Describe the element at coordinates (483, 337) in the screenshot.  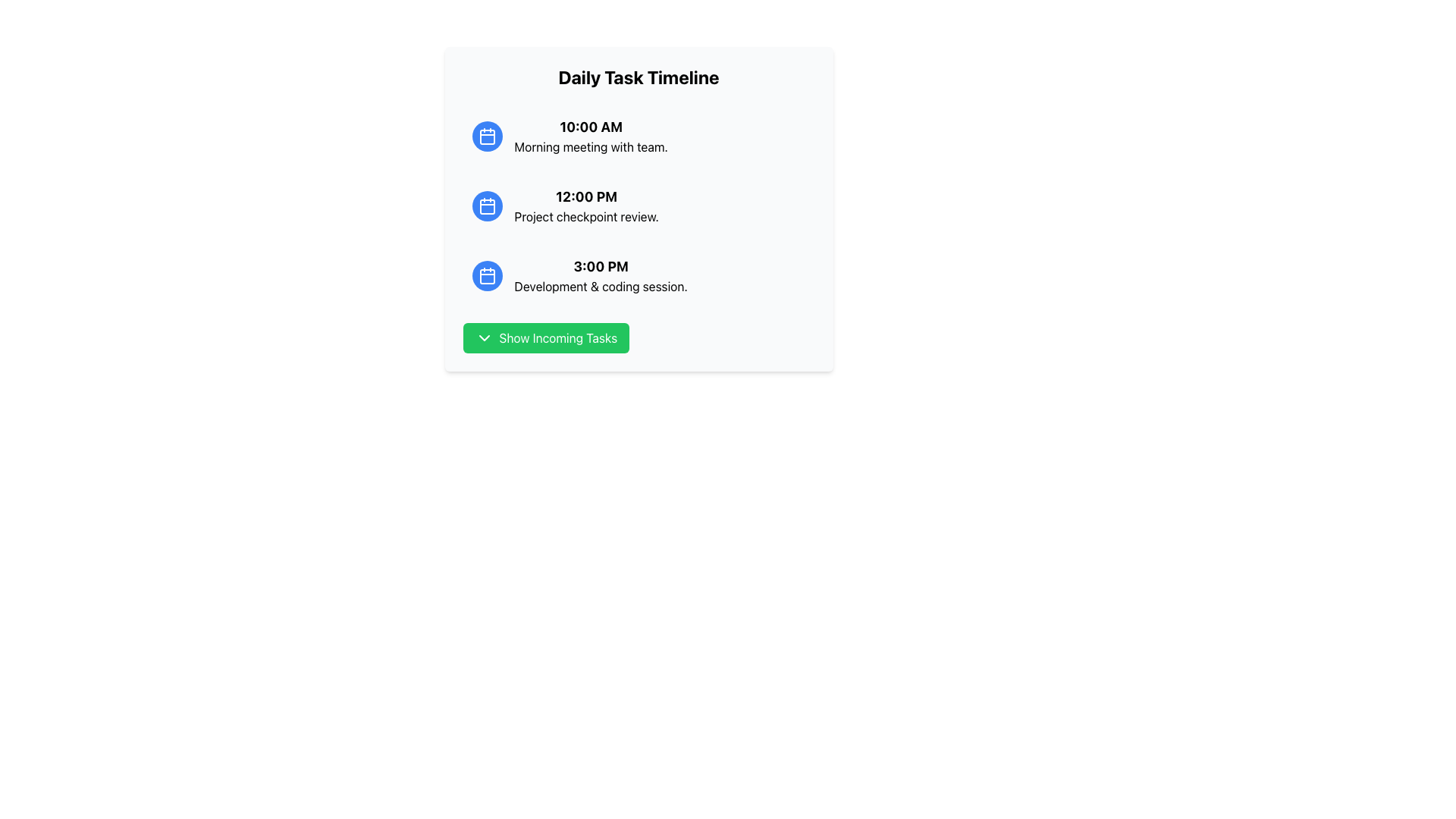
I see `the downward-pointing chevron icon located on the left side of the green button labeled 'Show Incoming Tasks'` at that location.